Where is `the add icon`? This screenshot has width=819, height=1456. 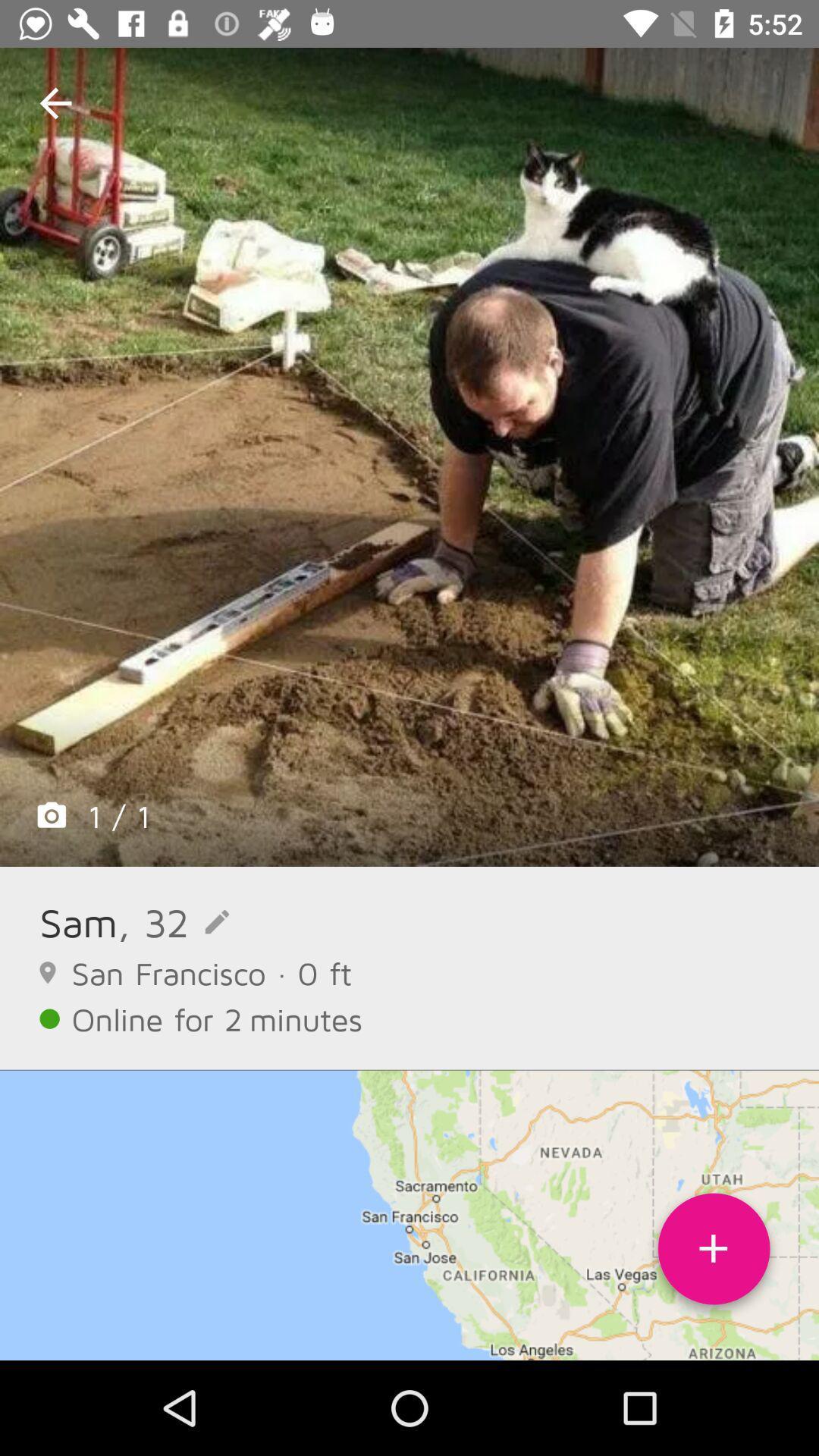 the add icon is located at coordinates (714, 1254).